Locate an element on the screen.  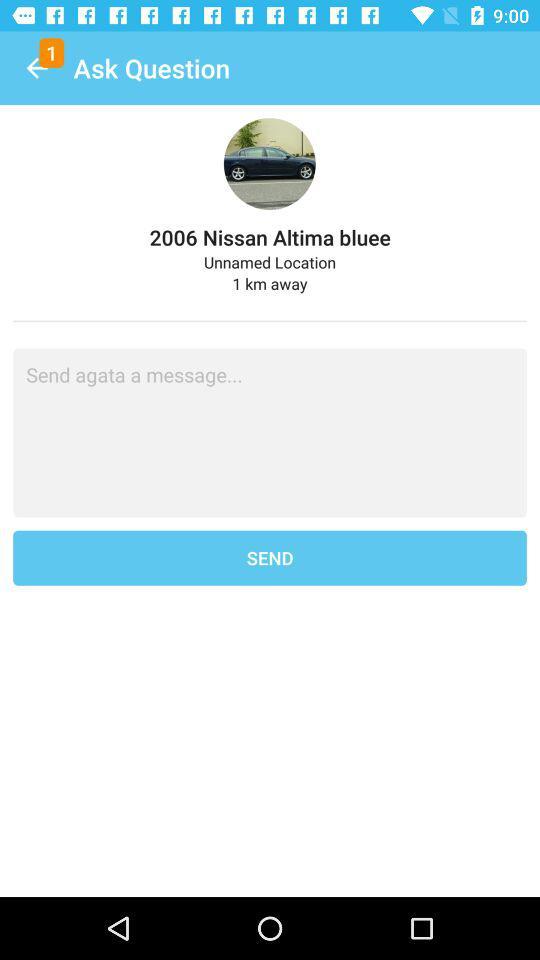
message is located at coordinates (270, 432).